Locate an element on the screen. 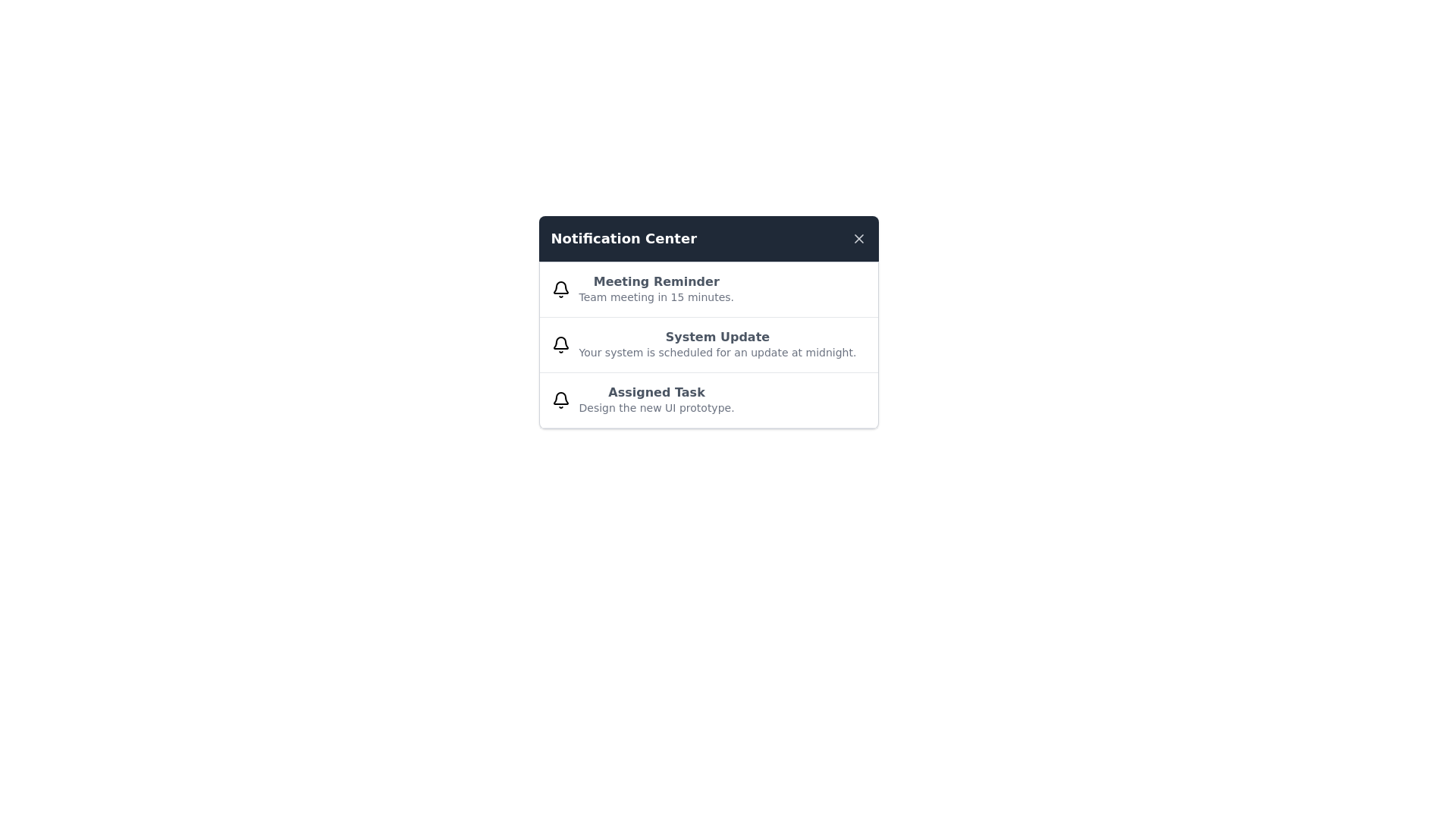  text label that displays 'Meeting Reminder', which is styled with a bold font and gray color, located at the top of the notification card in the Notification Center is located at coordinates (656, 281).